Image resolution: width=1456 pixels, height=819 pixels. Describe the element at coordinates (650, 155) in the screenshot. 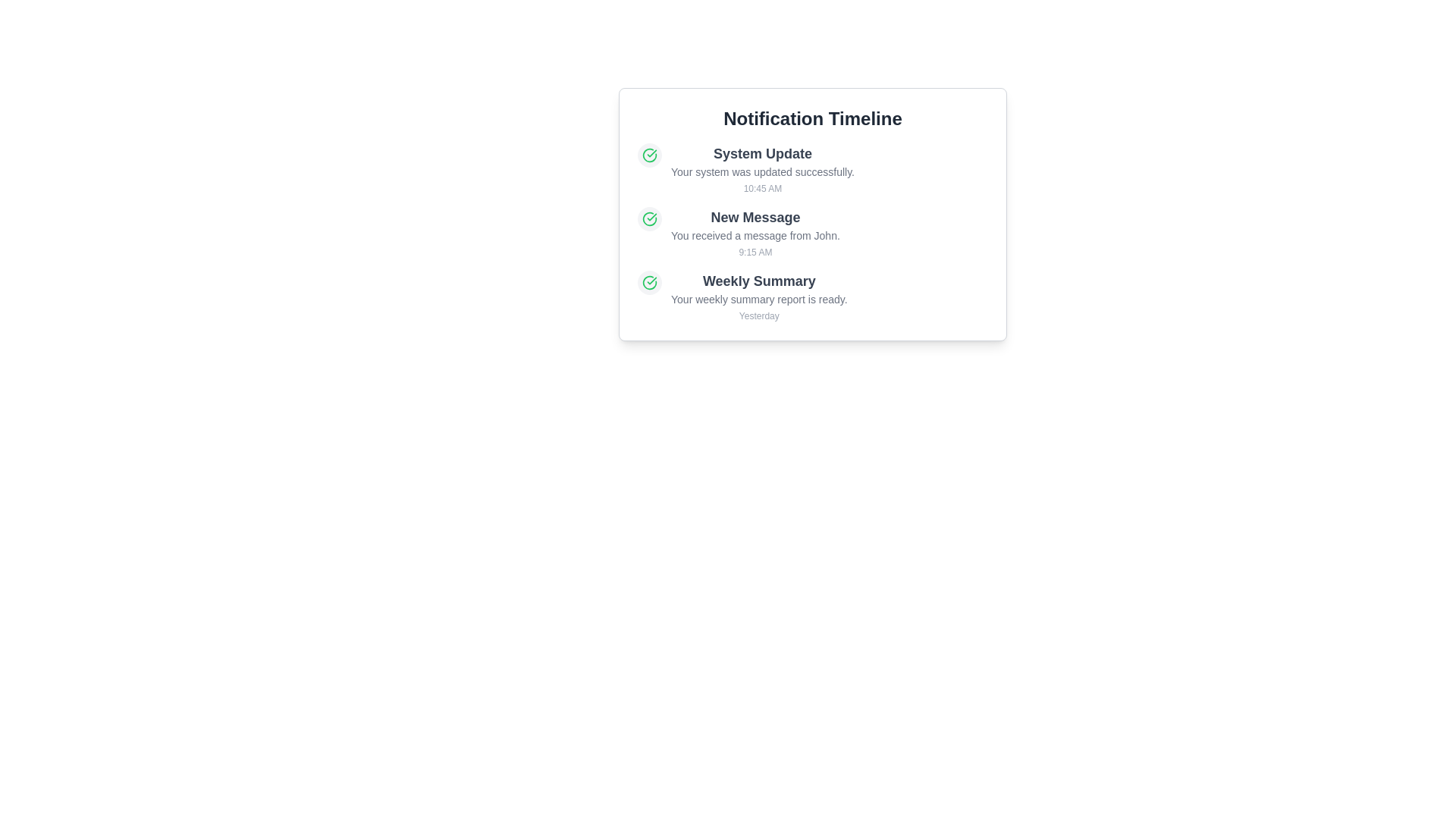

I see `the small circular icon with a light gray background and a green checkmark, located to the left of the text 'System Update' in the first notification entry` at that location.